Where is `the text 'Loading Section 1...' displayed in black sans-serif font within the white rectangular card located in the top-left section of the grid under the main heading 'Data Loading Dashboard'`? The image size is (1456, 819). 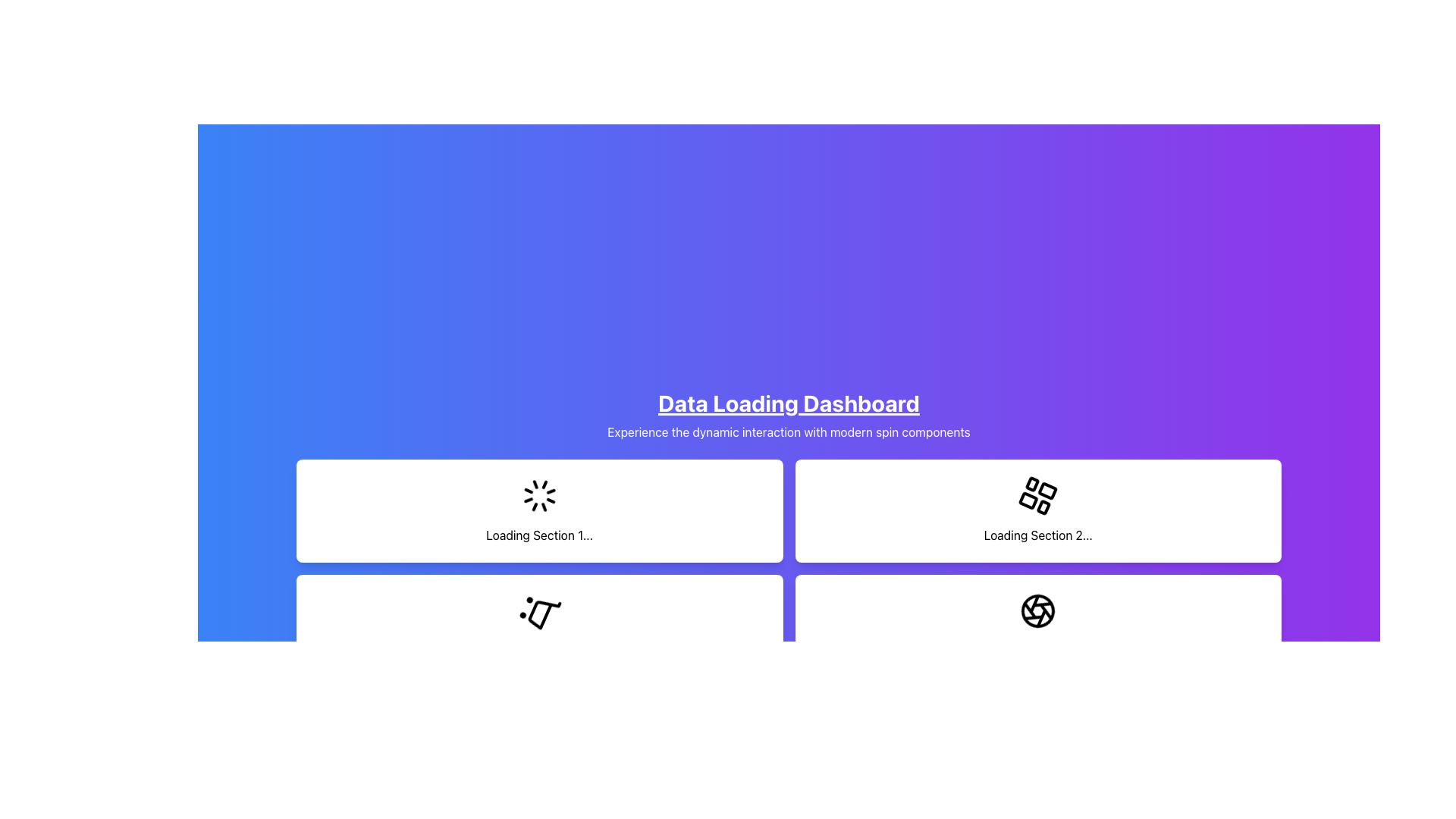
the text 'Loading Section 1...' displayed in black sans-serif font within the white rectangular card located in the top-left section of the grid under the main heading 'Data Loading Dashboard' is located at coordinates (539, 534).